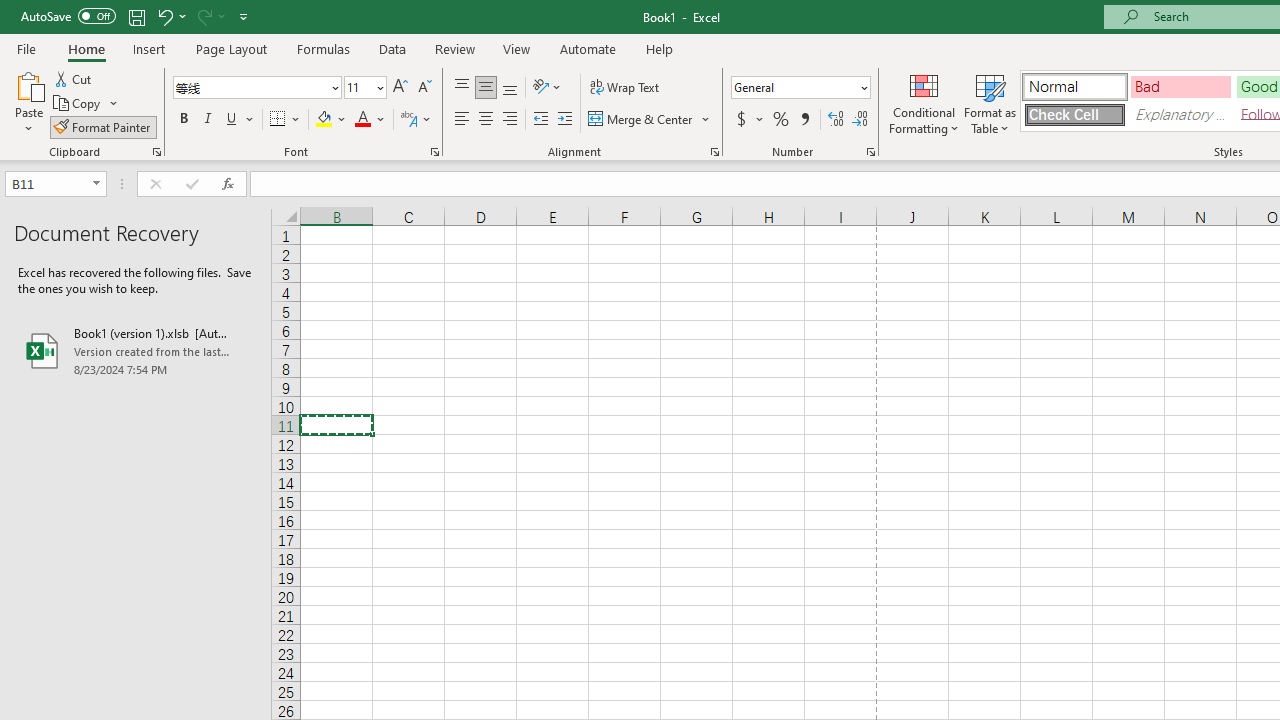 This screenshot has width=1280, height=720. What do you see at coordinates (423, 86) in the screenshot?
I see `'Decrease Font Size'` at bounding box center [423, 86].